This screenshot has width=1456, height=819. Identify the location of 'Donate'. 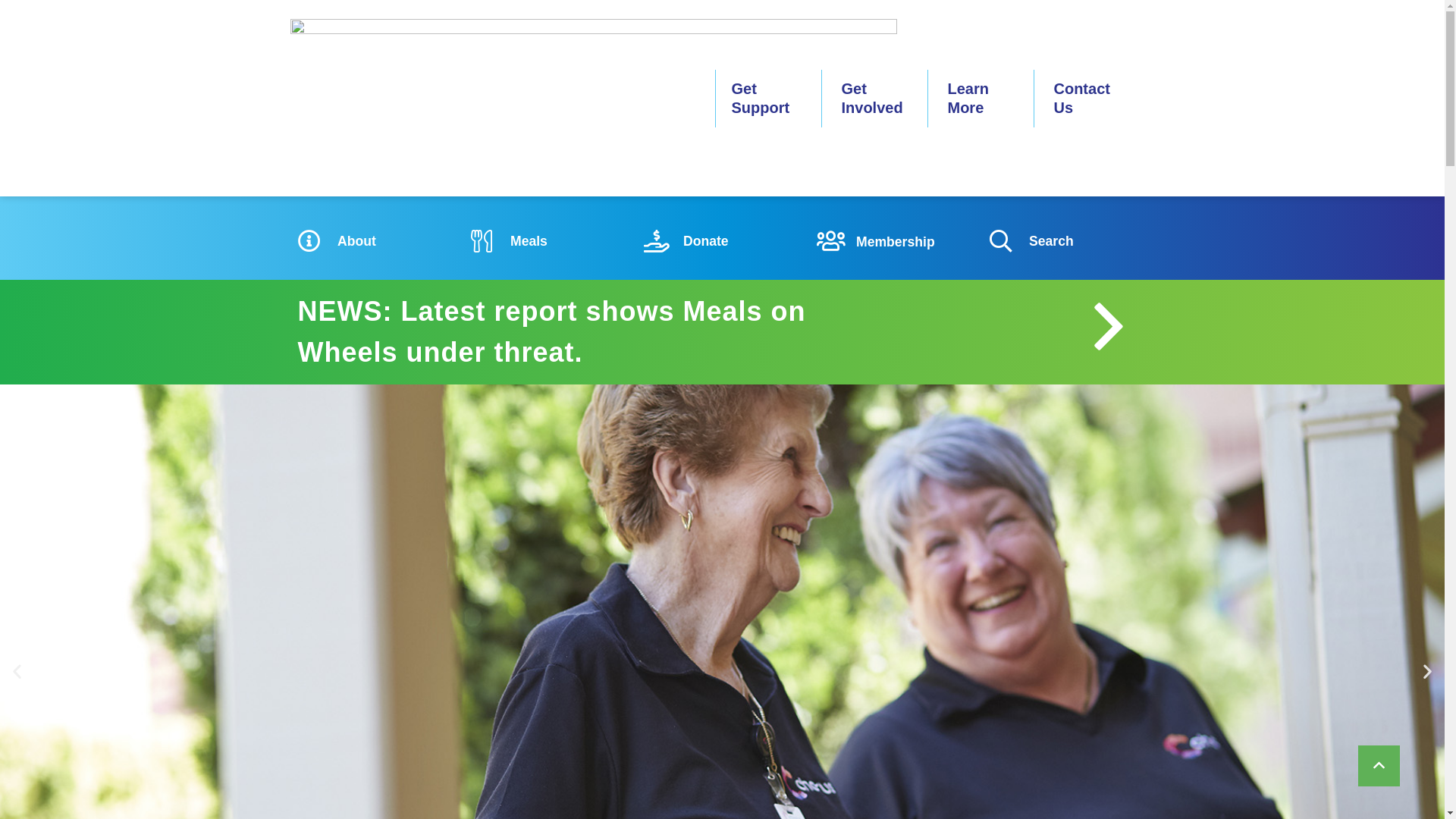
(643, 241).